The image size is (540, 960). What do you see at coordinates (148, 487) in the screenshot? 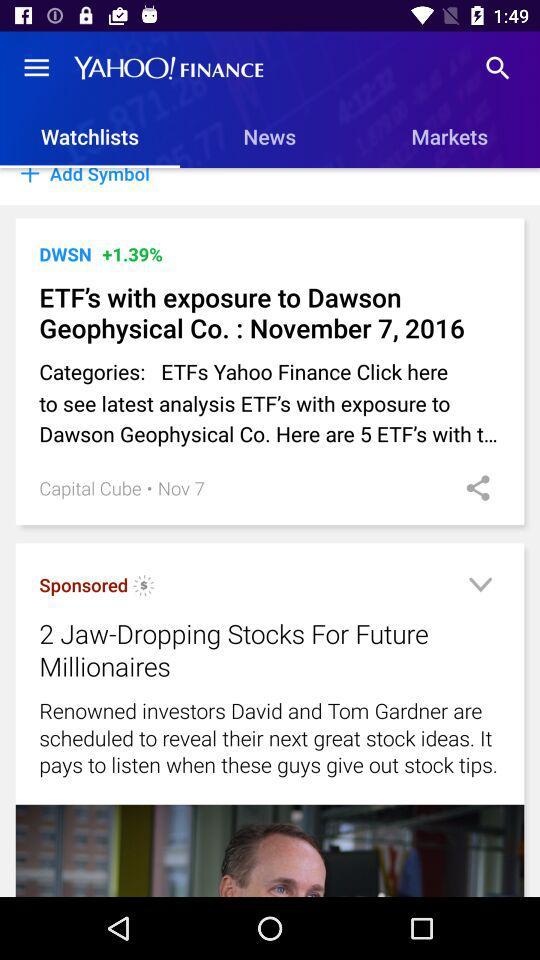
I see `icon to the right of the capital cube item` at bounding box center [148, 487].